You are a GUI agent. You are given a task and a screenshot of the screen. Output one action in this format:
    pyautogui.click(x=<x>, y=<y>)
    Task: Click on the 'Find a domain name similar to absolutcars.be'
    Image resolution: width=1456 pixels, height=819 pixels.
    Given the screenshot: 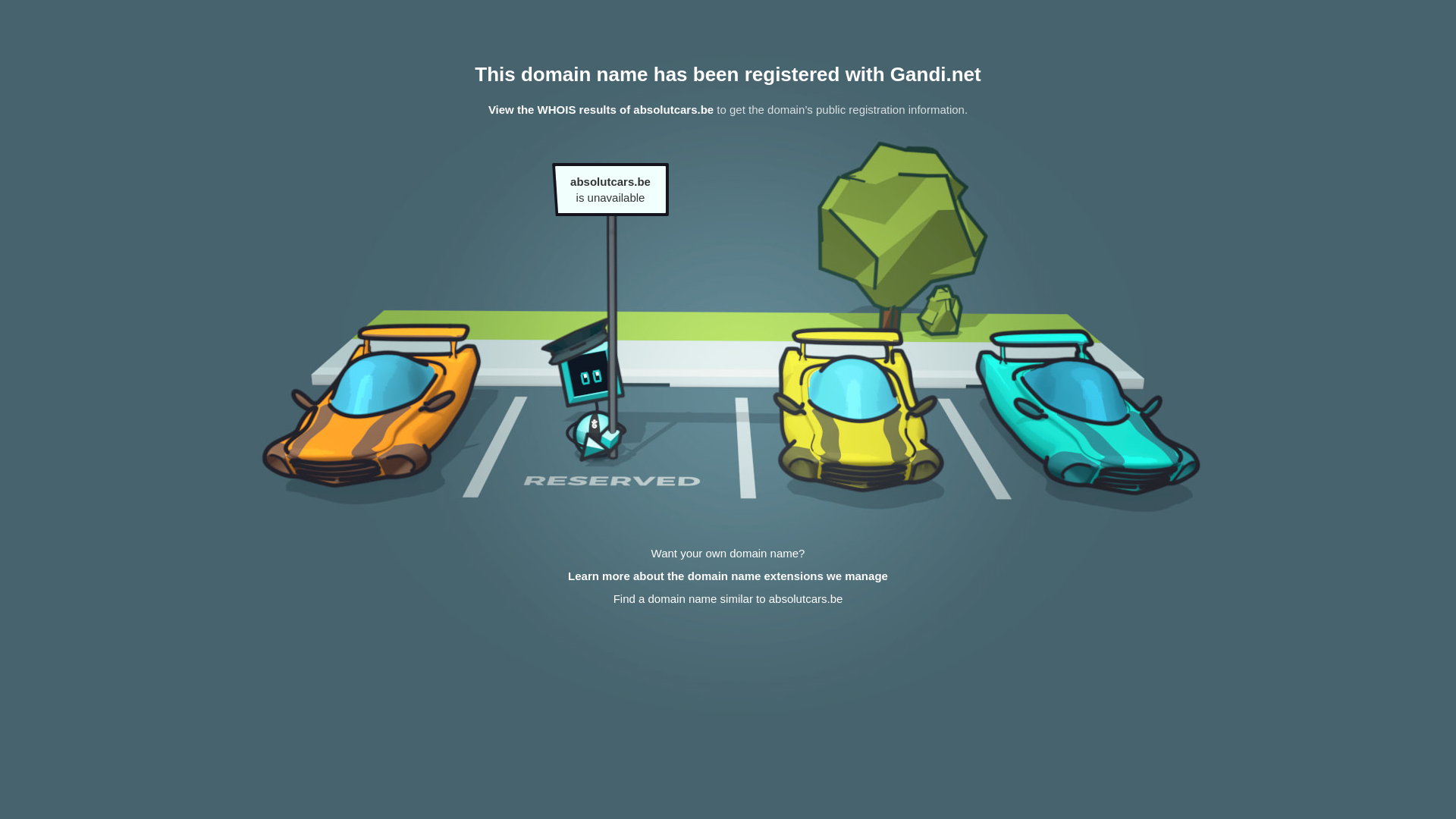 What is the action you would take?
    pyautogui.click(x=728, y=598)
    